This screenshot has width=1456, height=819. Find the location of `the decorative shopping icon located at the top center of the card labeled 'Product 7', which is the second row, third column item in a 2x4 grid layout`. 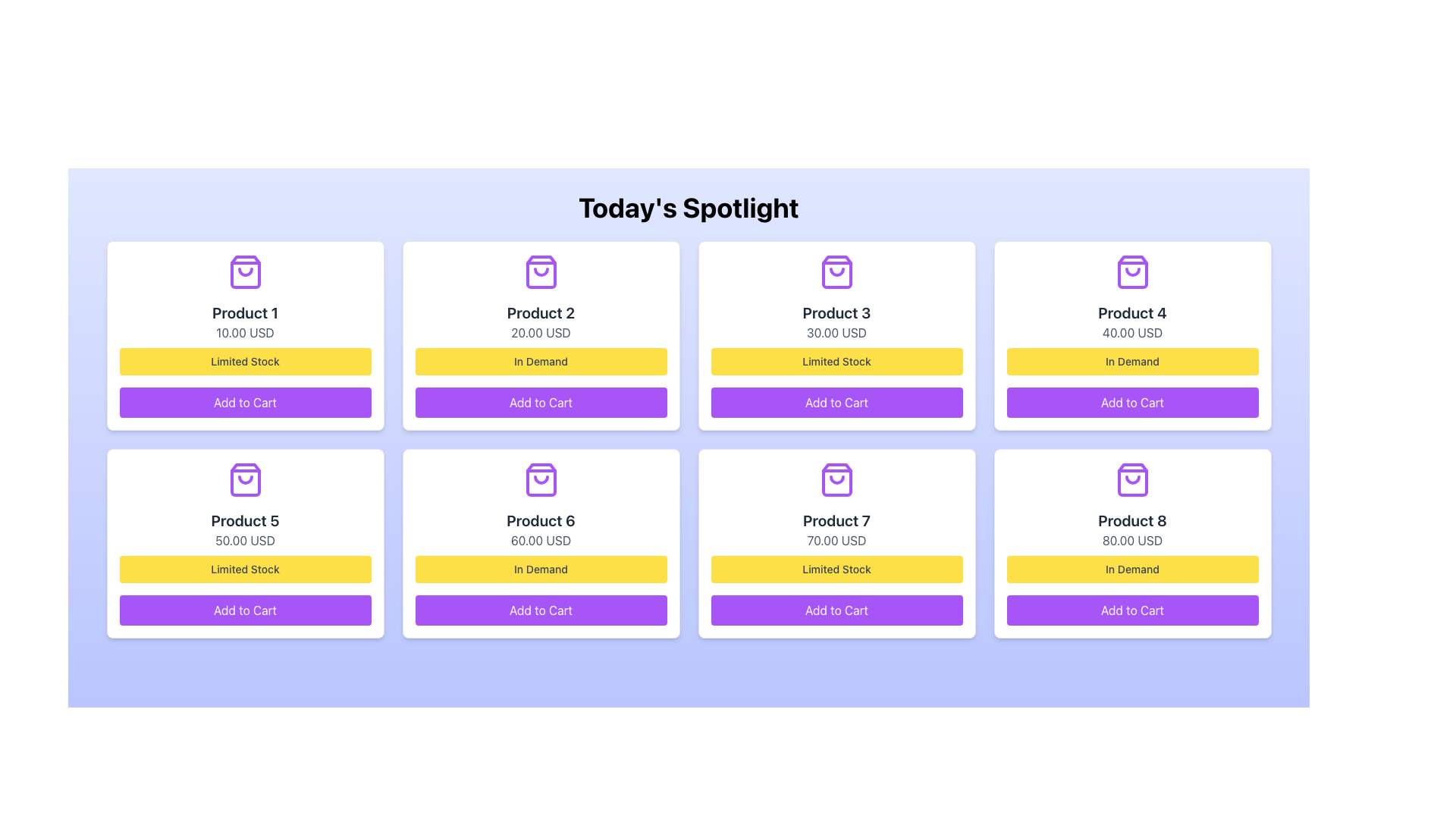

the decorative shopping icon located at the top center of the card labeled 'Product 7', which is the second row, third column item in a 2x4 grid layout is located at coordinates (836, 479).